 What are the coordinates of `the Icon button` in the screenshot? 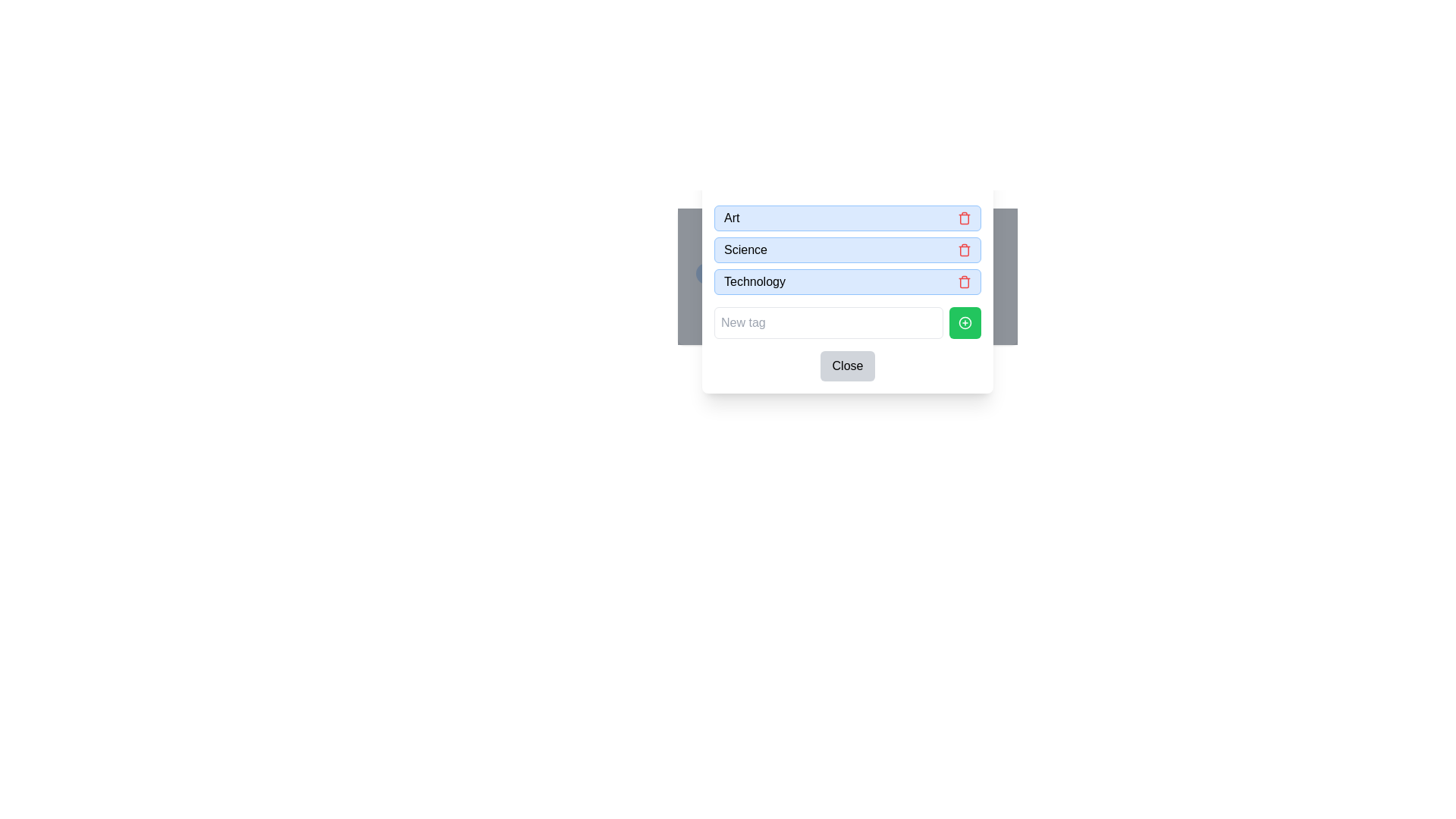 It's located at (964, 218).